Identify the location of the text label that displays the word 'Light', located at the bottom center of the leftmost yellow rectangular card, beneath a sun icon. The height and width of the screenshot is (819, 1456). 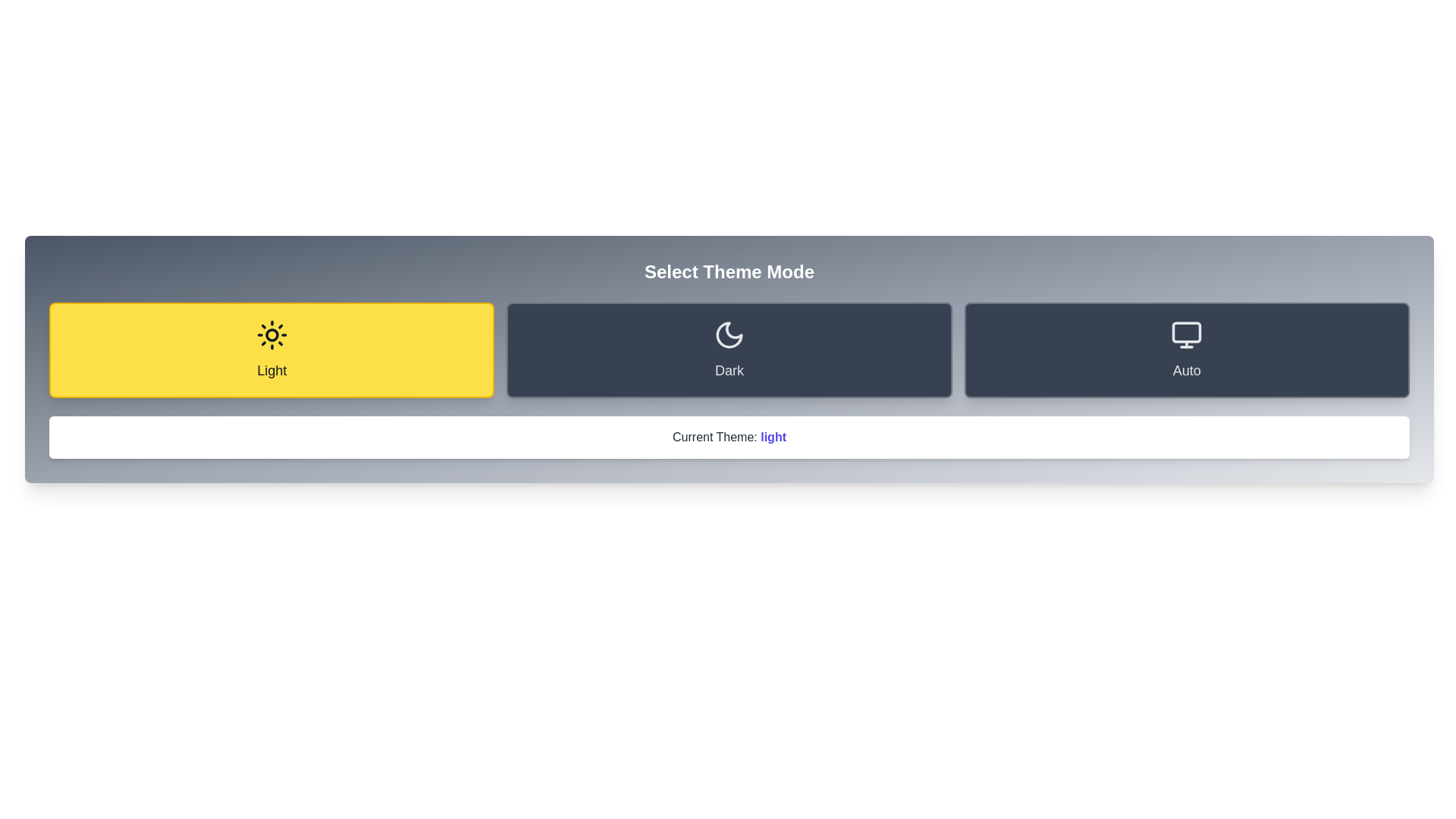
(271, 371).